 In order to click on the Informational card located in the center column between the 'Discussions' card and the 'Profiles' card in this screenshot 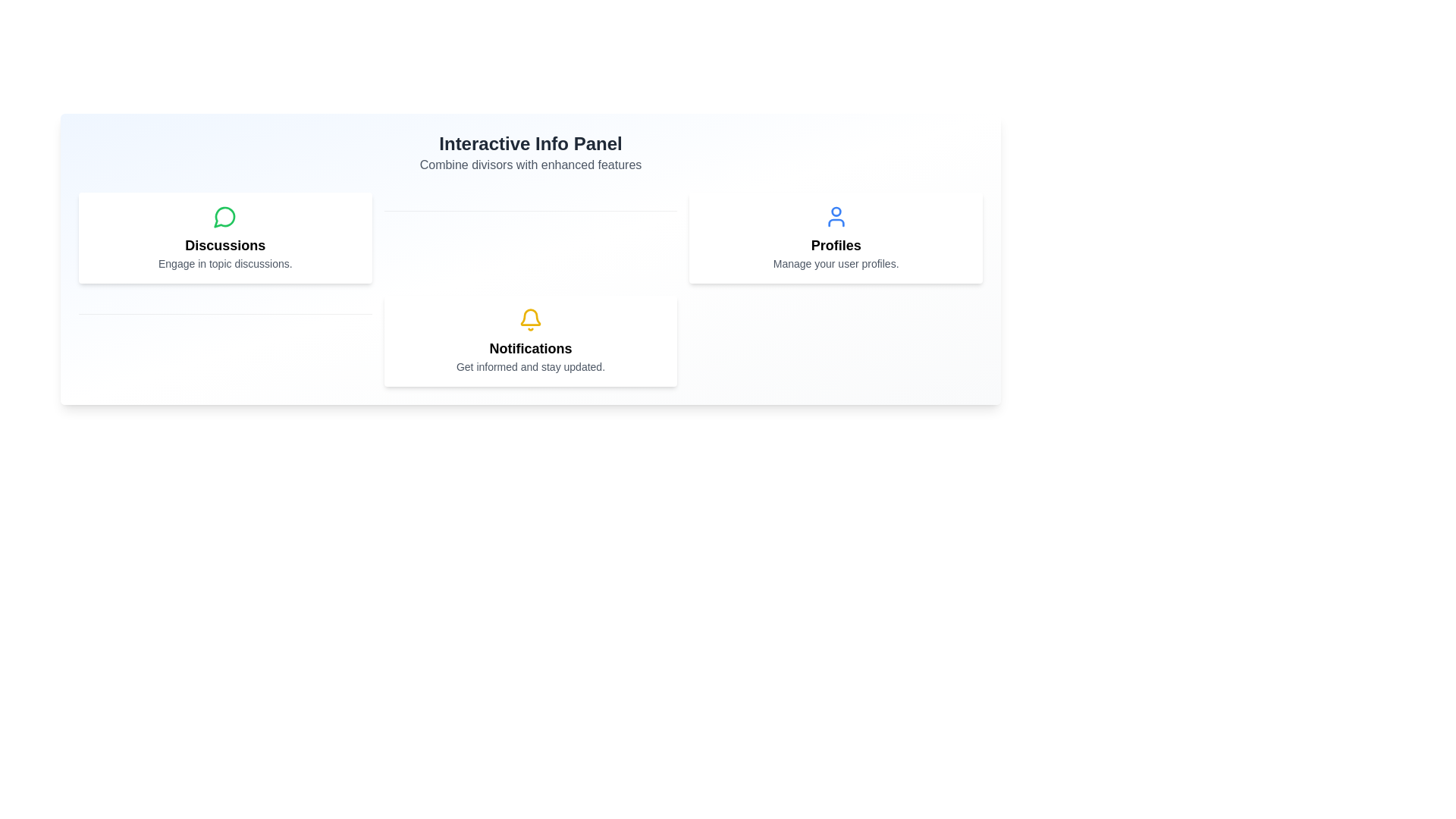, I will do `click(531, 341)`.